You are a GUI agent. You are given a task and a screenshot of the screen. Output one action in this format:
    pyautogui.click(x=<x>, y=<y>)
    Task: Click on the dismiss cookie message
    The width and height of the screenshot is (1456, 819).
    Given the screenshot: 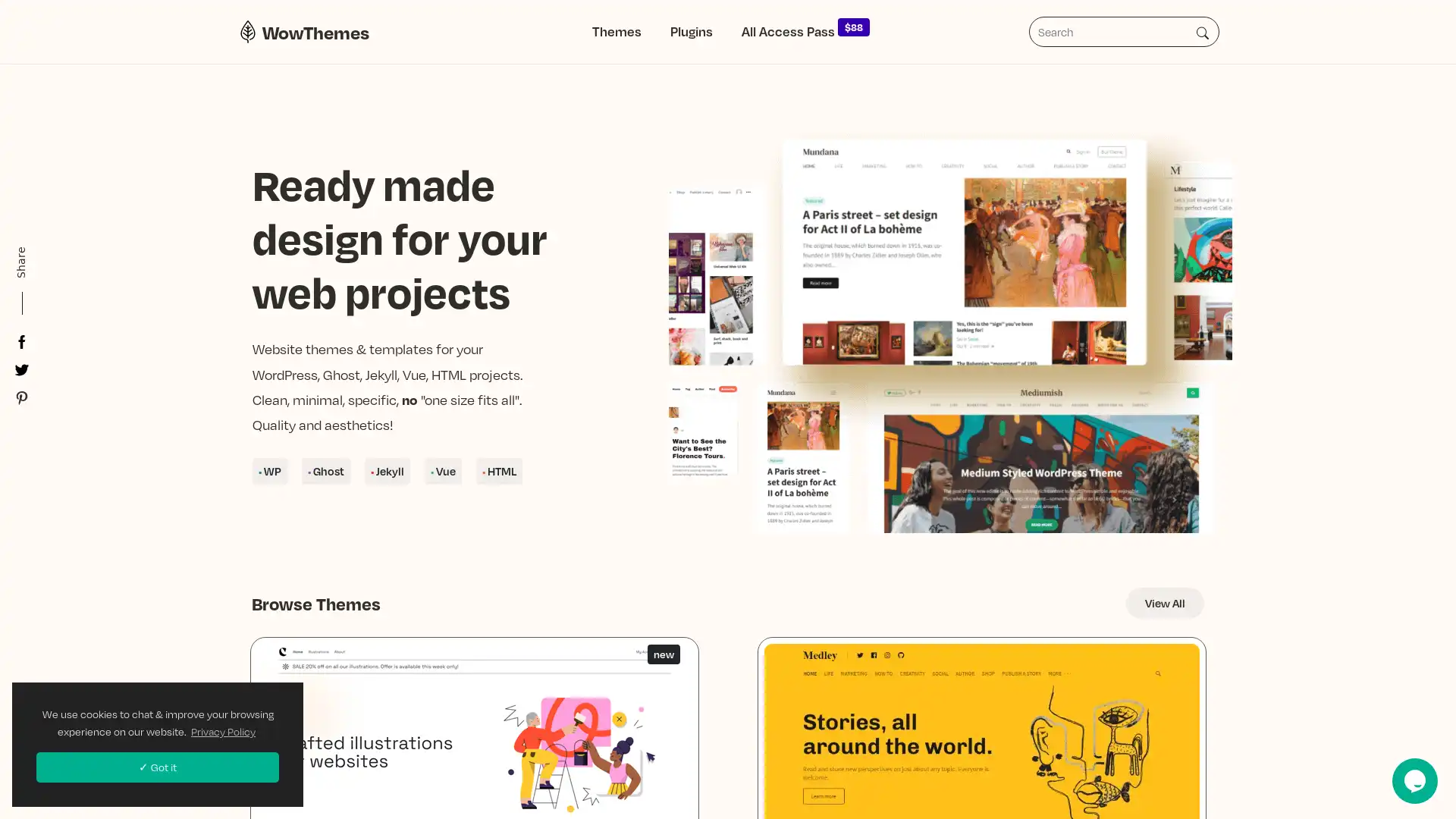 What is the action you would take?
    pyautogui.click(x=157, y=767)
    